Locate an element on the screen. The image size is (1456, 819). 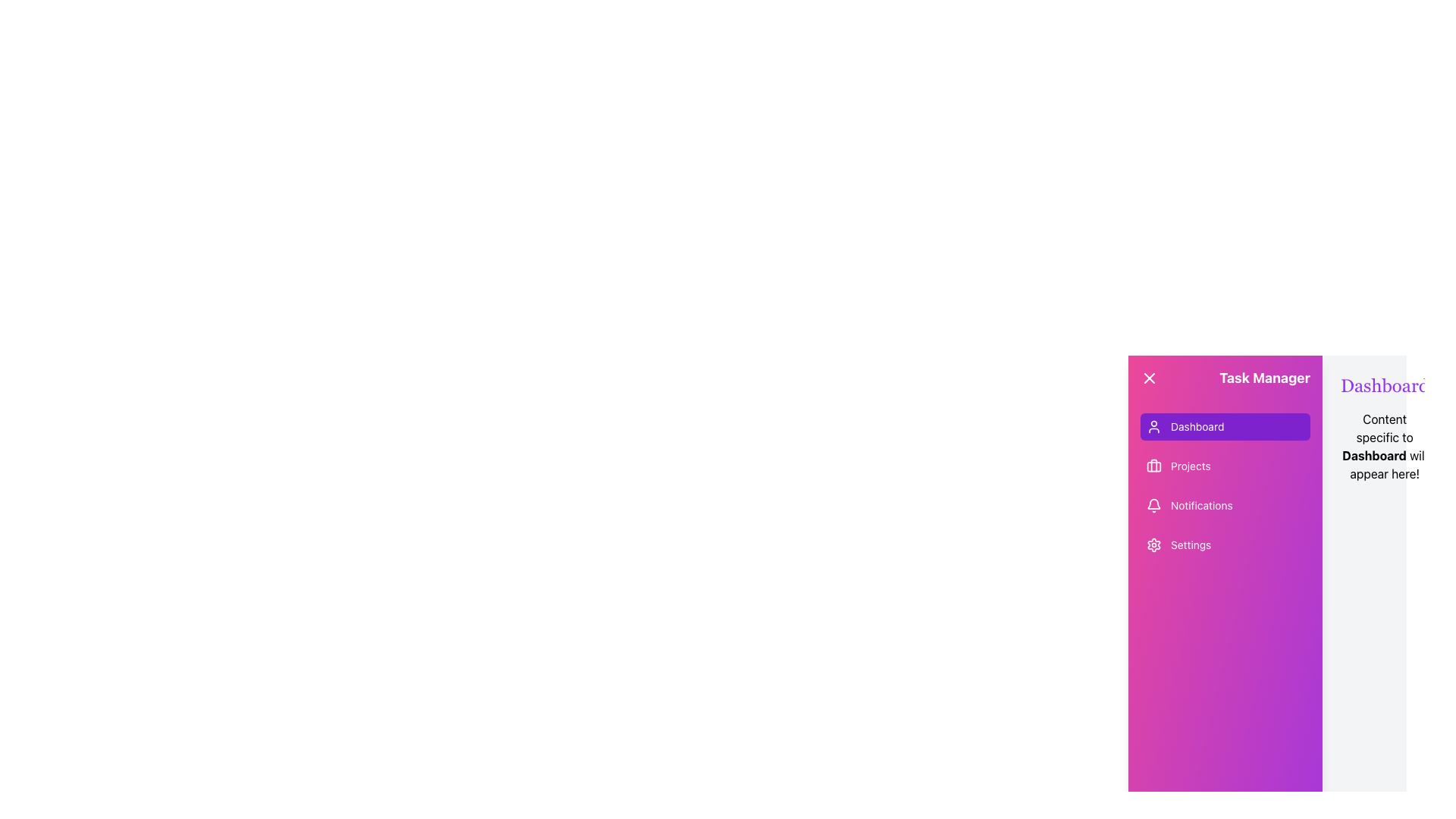
the 'Projects' text label in the left navigation pane, located below the 'Task Manager' title and next to the briefcase icon is located at coordinates (1190, 465).